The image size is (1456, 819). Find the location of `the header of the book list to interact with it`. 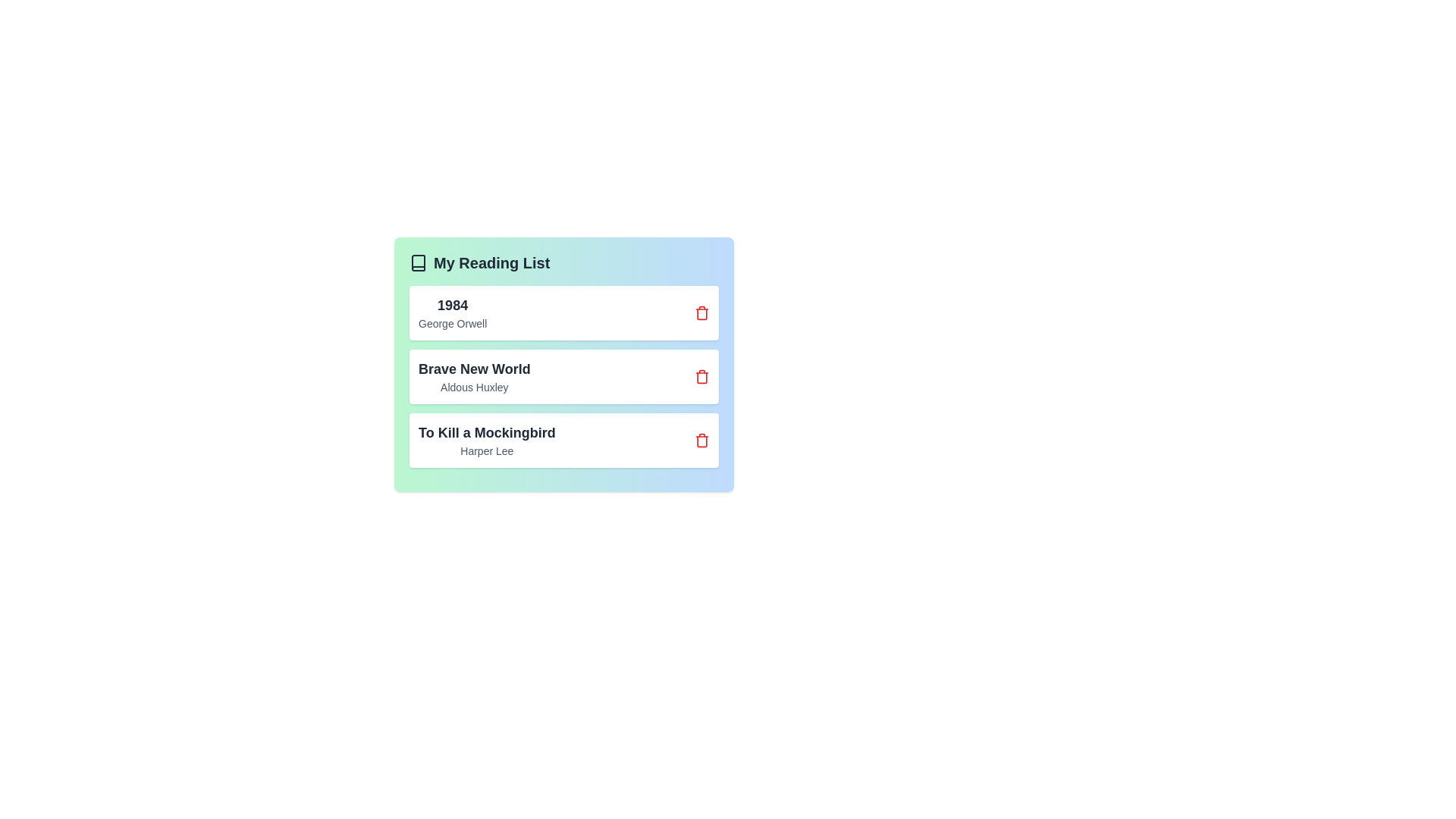

the header of the book list to interact with it is located at coordinates (563, 262).